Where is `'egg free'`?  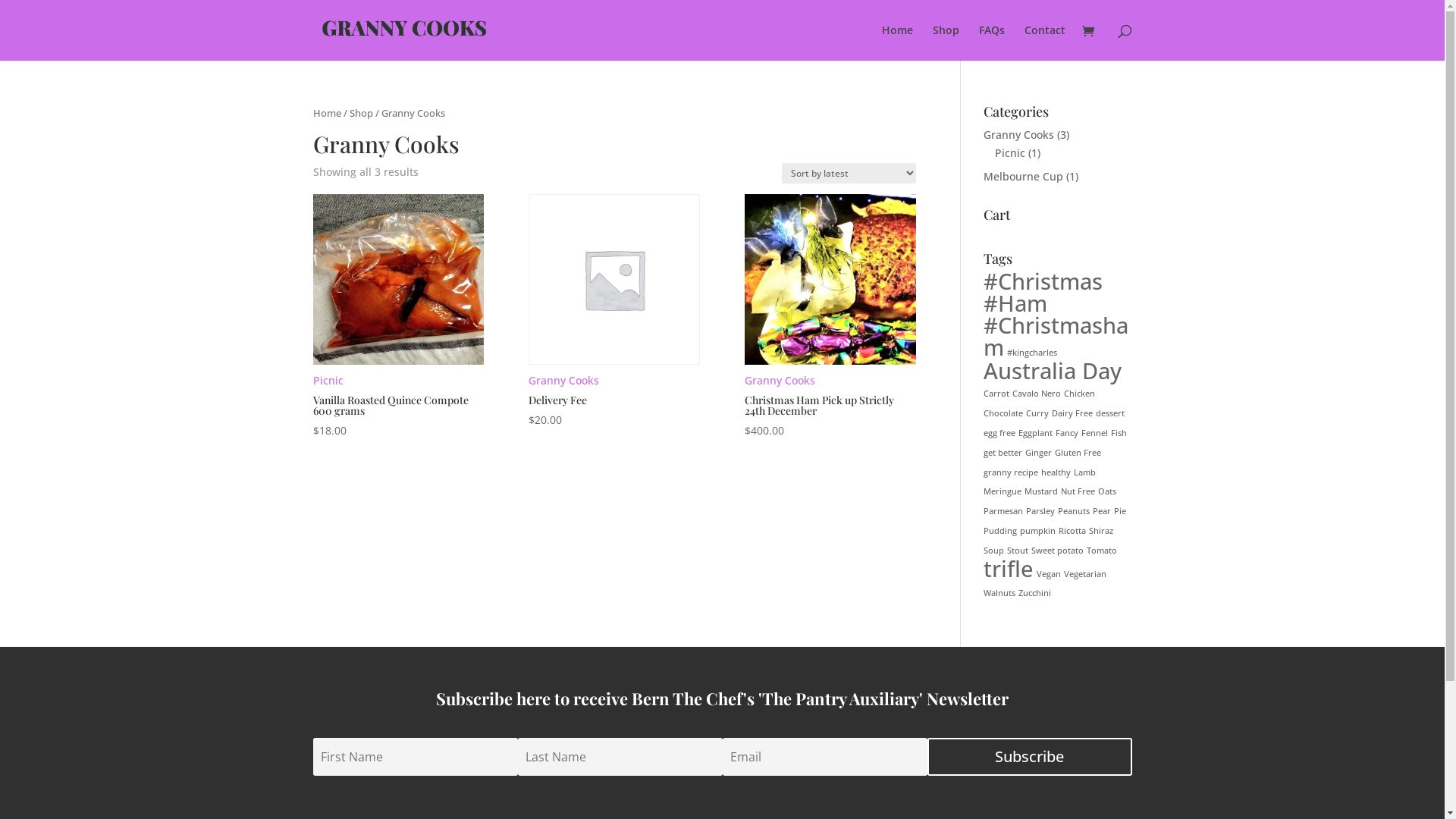
'egg free' is located at coordinates (983, 432).